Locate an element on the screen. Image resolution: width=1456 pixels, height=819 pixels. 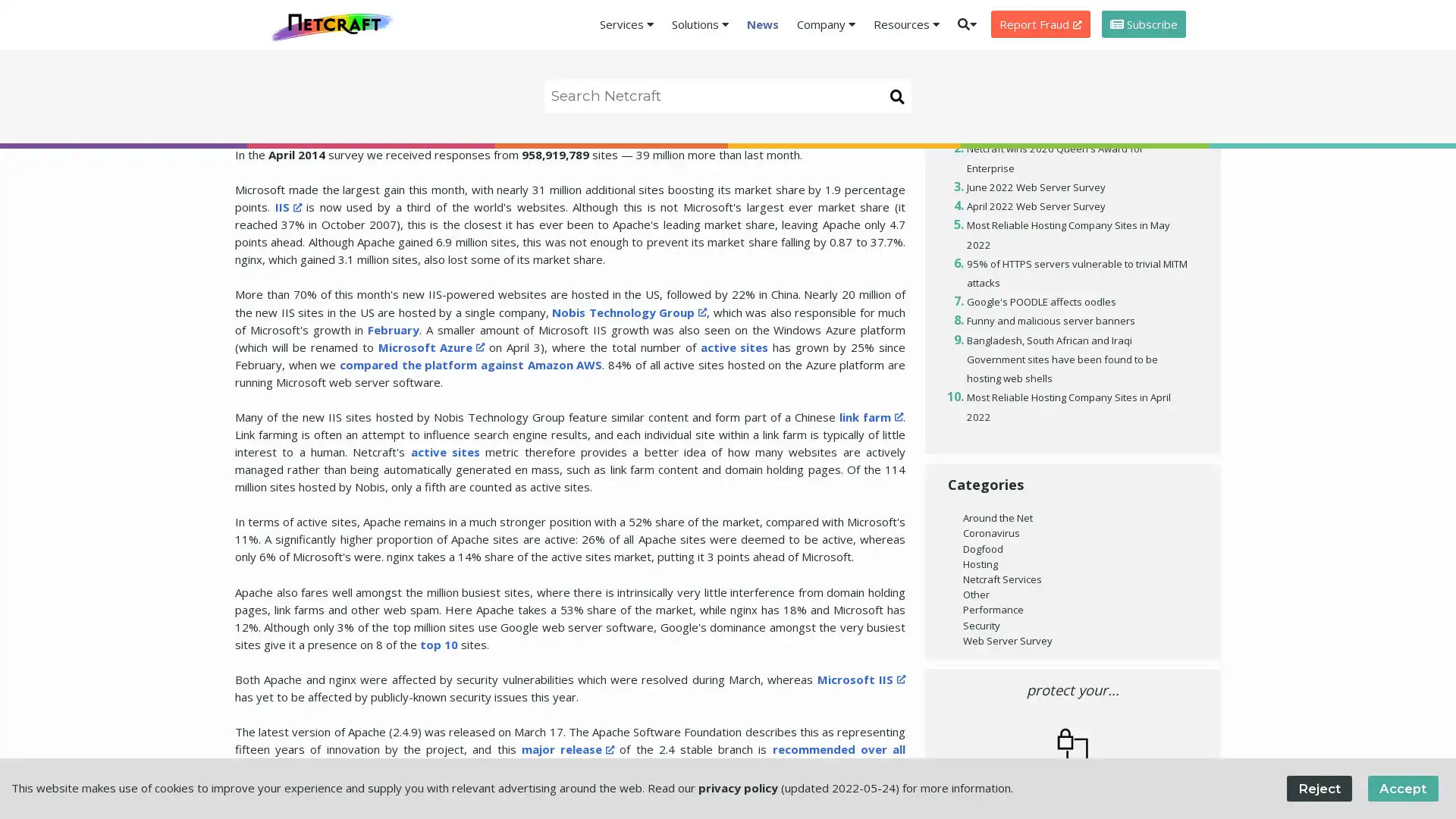
Accept is located at coordinates (1401, 787).